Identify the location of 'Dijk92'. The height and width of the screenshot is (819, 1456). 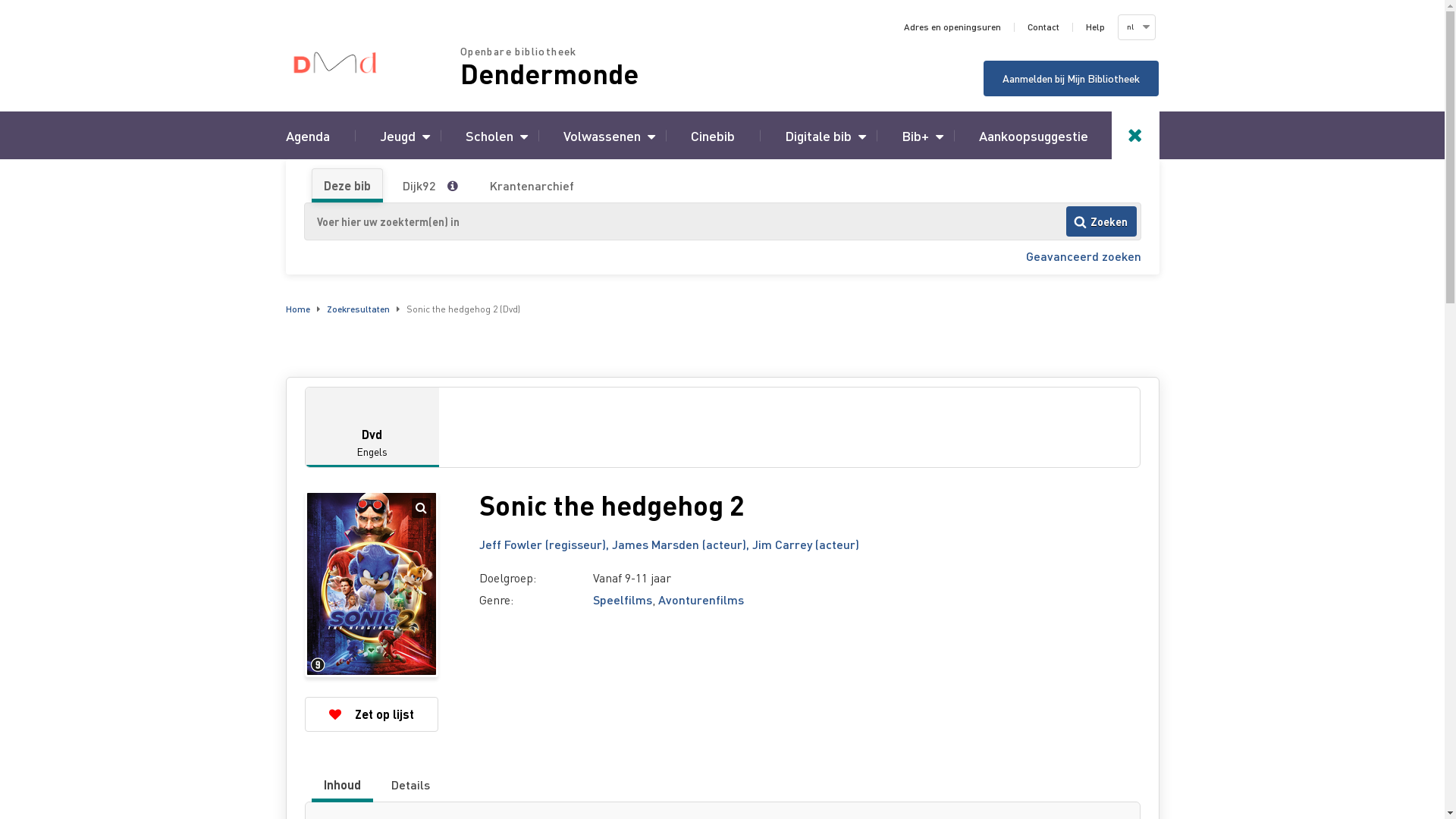
(419, 185).